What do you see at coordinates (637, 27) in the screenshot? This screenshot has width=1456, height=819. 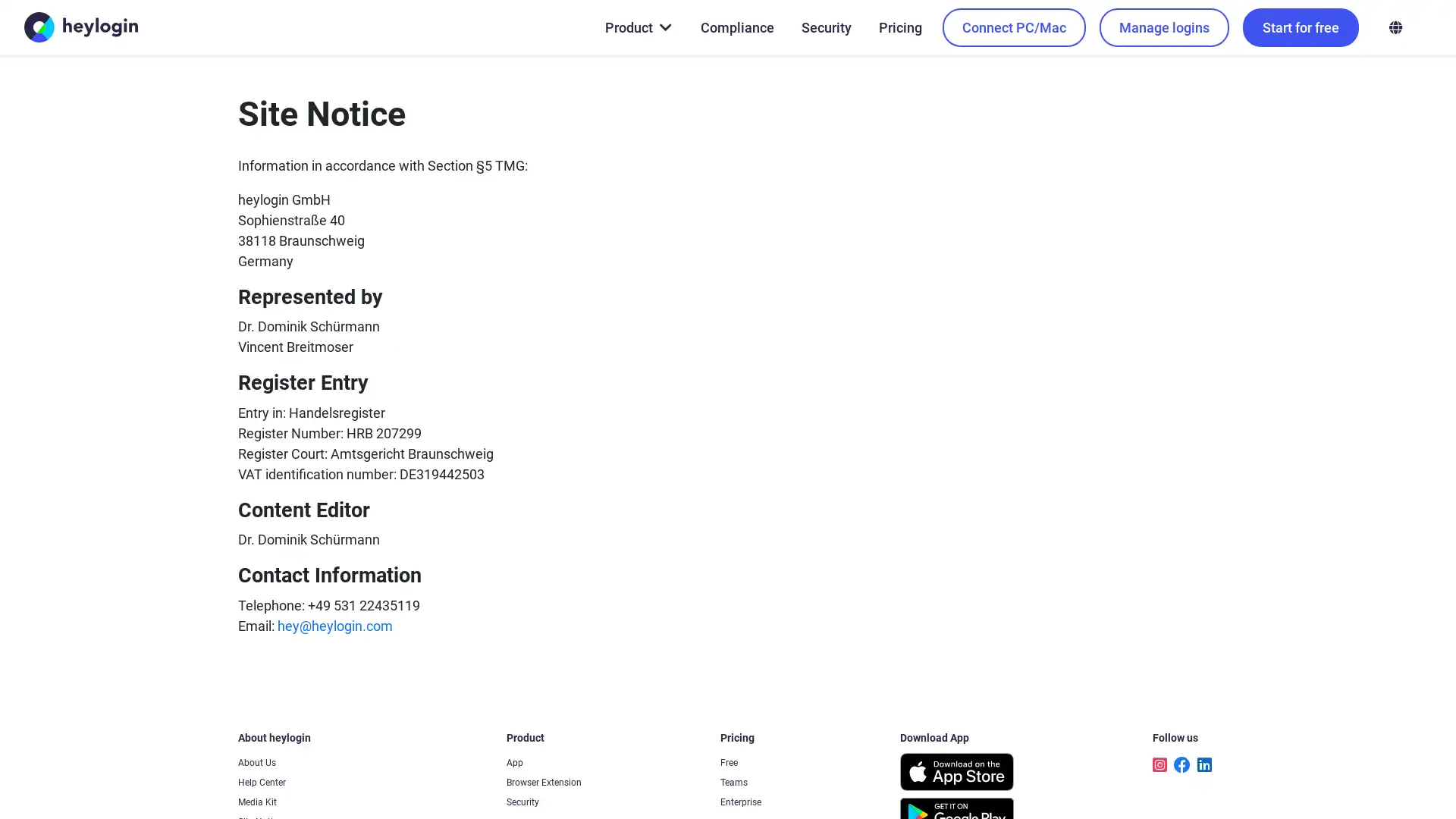 I see `Product` at bounding box center [637, 27].